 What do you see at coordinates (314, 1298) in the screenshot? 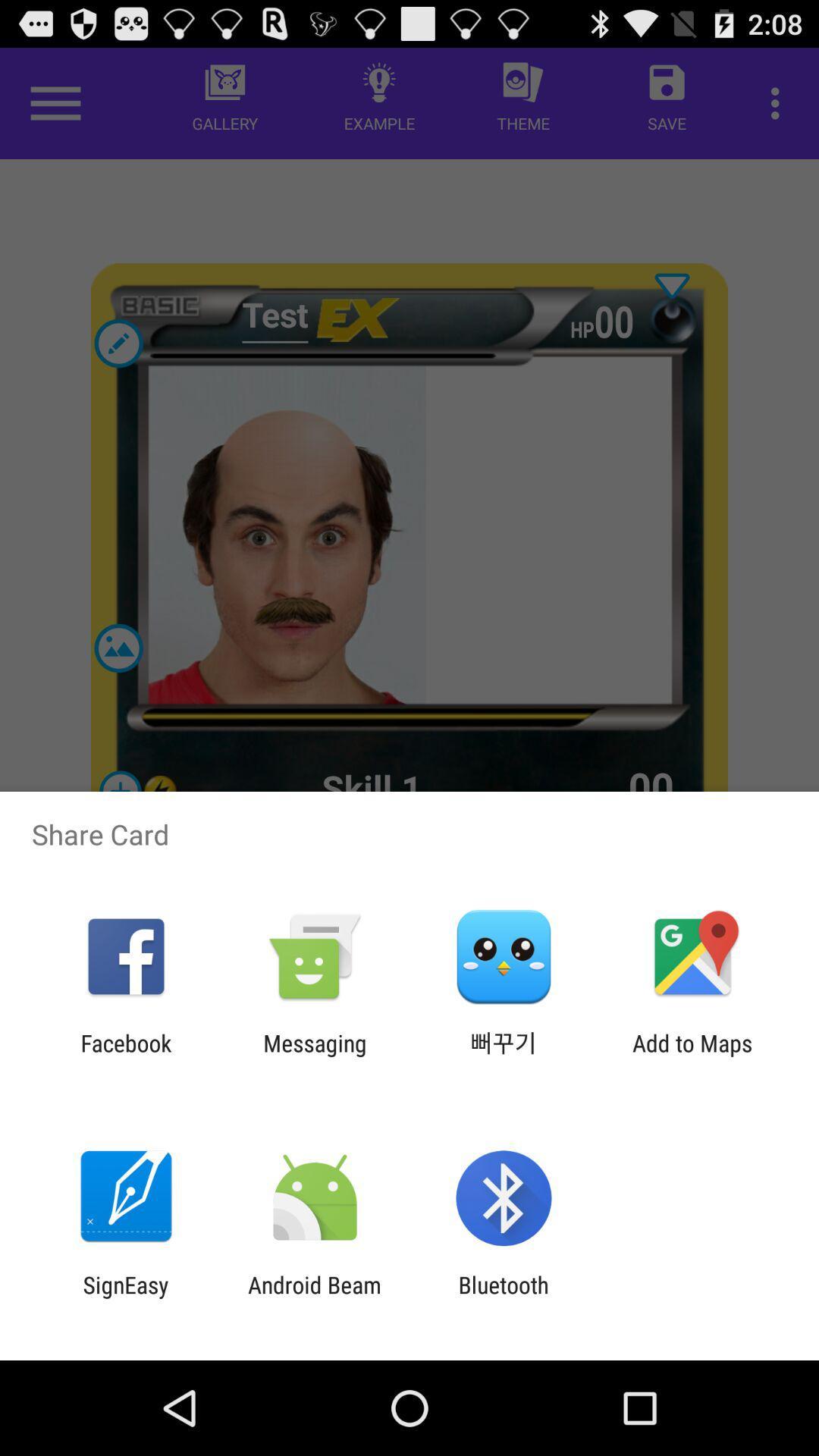
I see `android beam` at bounding box center [314, 1298].